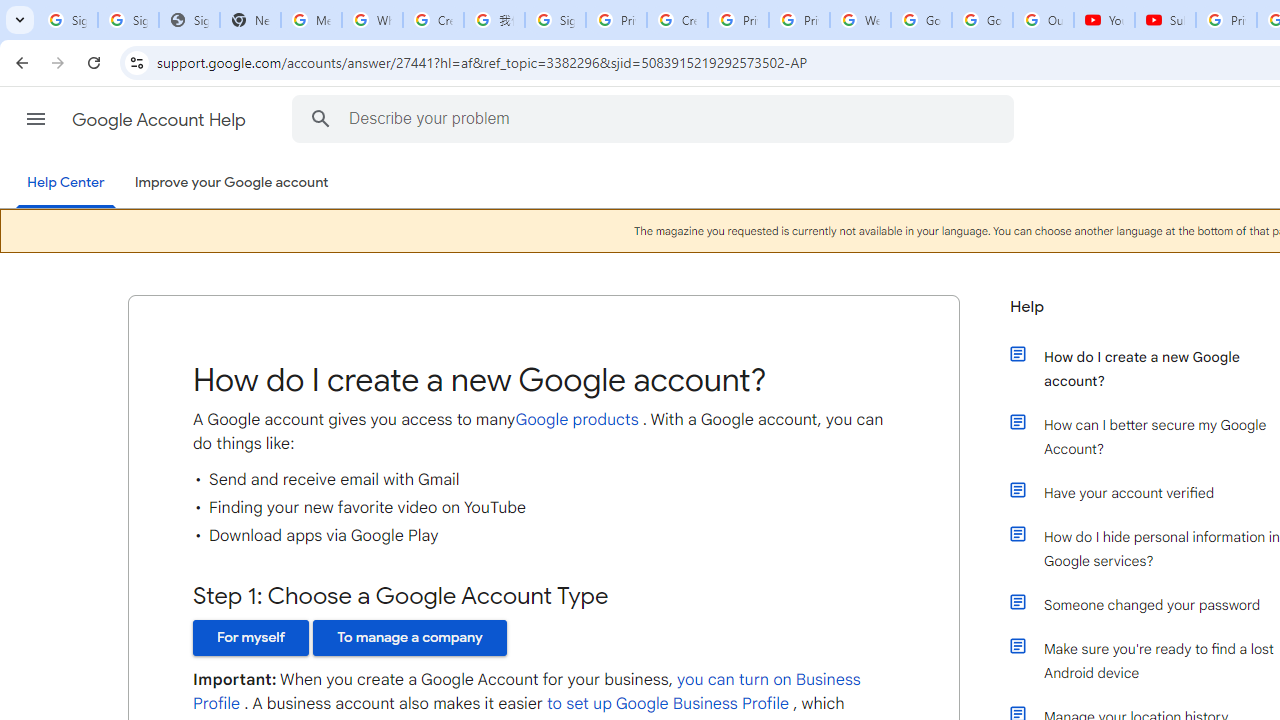 The height and width of the screenshot is (720, 1280). What do you see at coordinates (93, 61) in the screenshot?
I see `'Reload'` at bounding box center [93, 61].